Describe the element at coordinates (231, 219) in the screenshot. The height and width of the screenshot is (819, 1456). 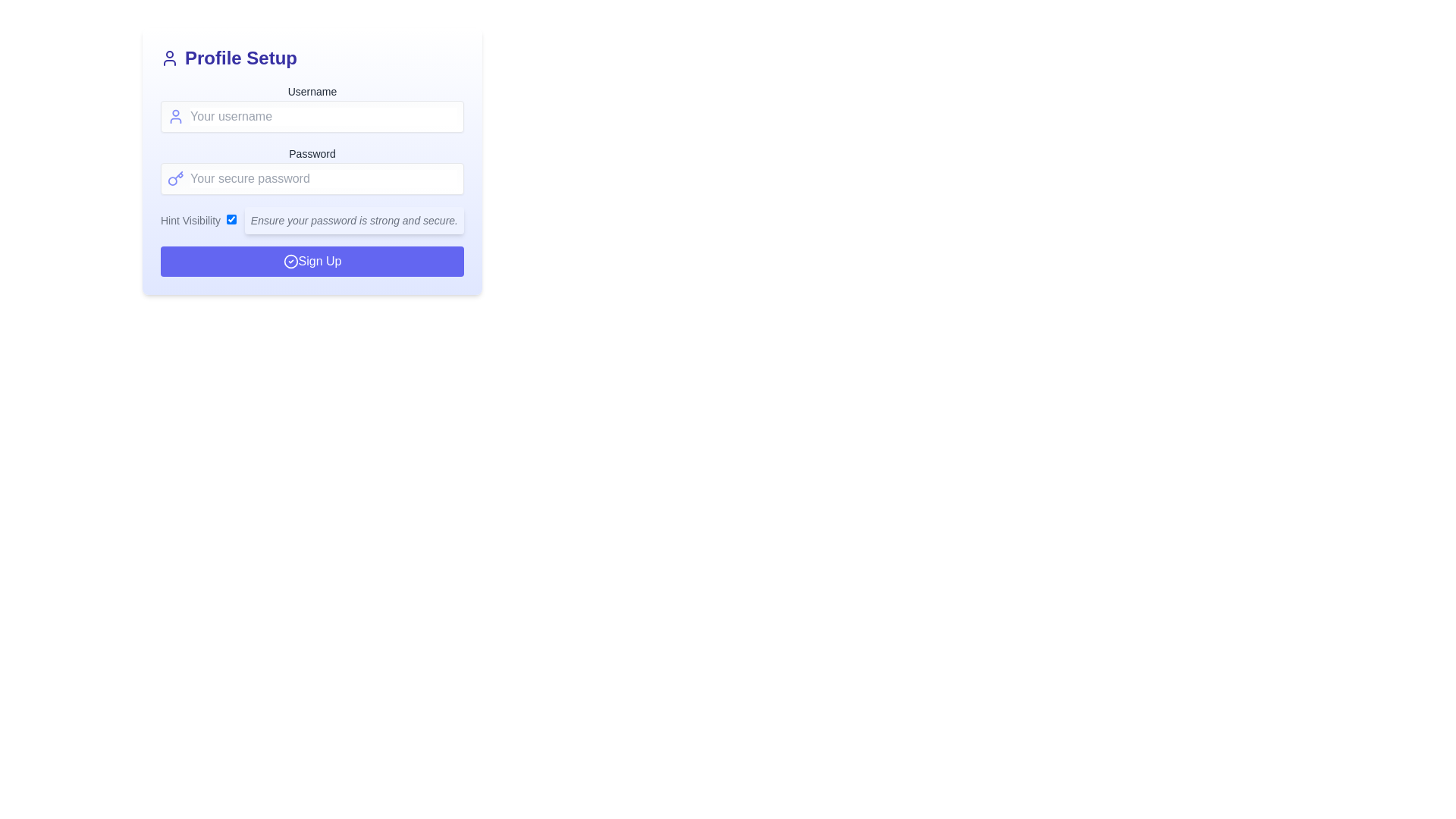
I see `the small, square-shaped checkbox with a light blue focus ring located to the right of the 'Hint Visibility' label` at that location.